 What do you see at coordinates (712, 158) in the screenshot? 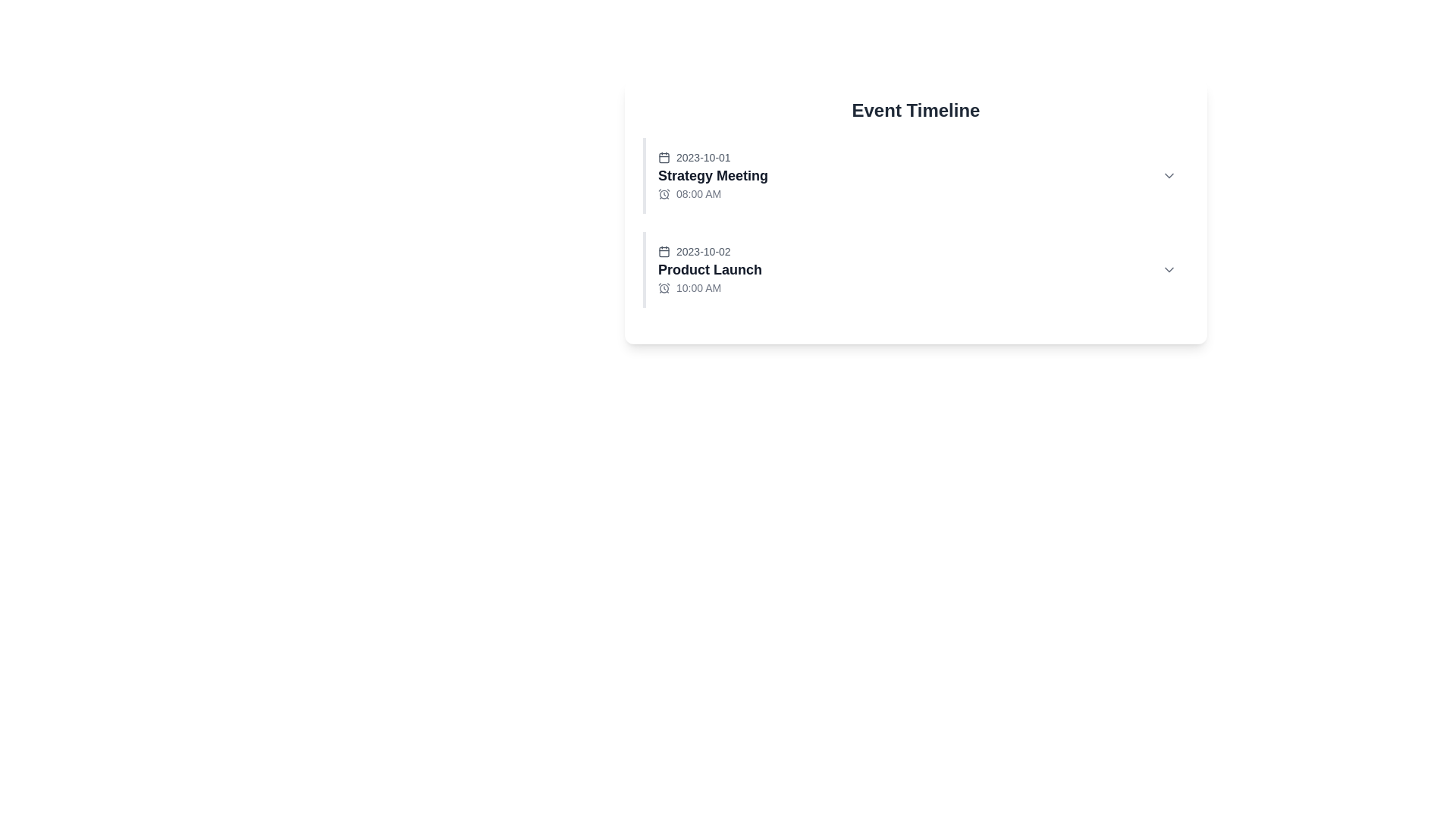
I see `date text '2023-10-01' displayed in a small gray font, positioned near the top of the list-like section alongside an inline calendar icon` at bounding box center [712, 158].